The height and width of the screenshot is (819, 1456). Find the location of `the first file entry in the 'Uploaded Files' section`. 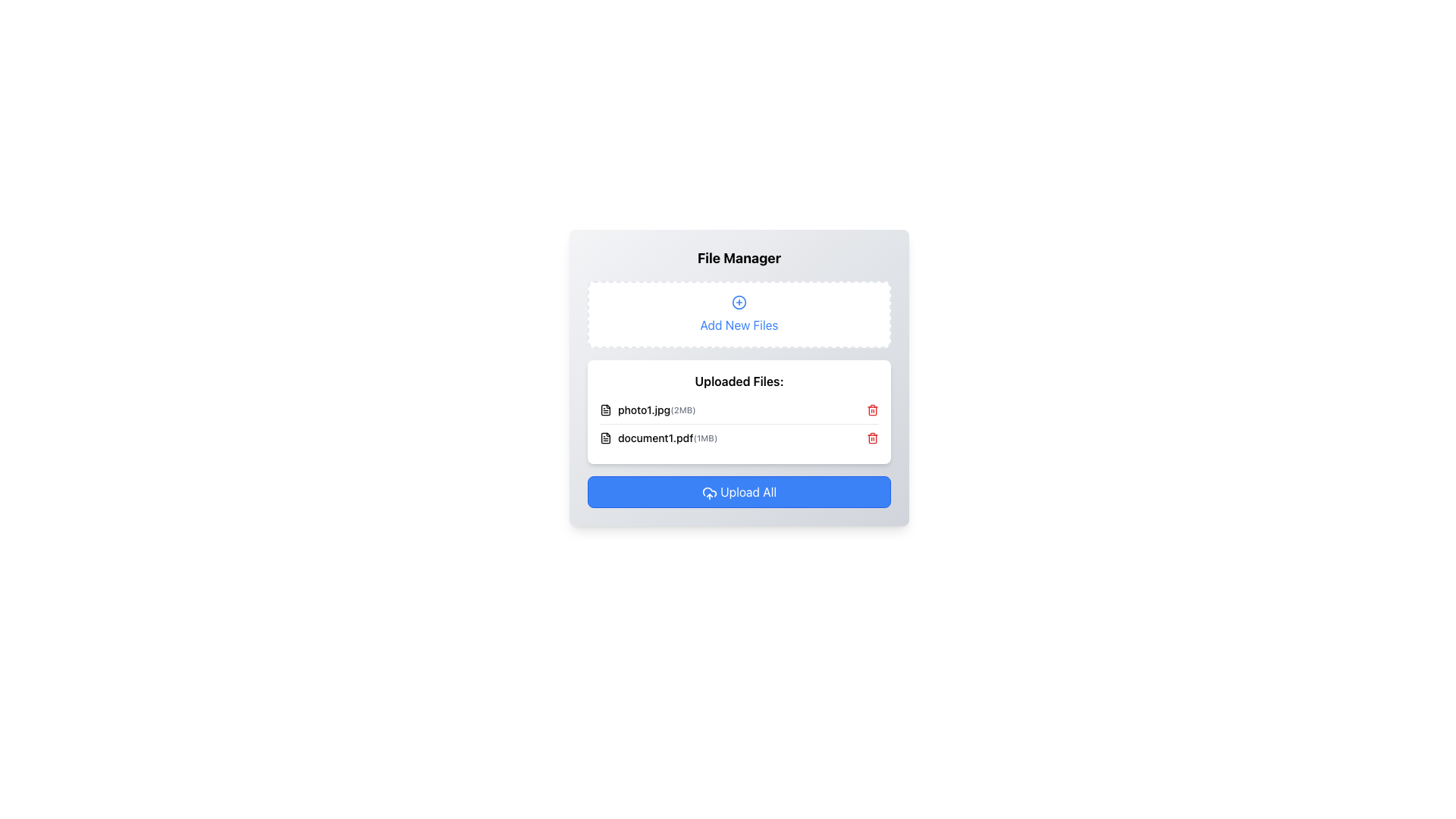

the first file entry in the 'Uploaded Files' section is located at coordinates (648, 409).